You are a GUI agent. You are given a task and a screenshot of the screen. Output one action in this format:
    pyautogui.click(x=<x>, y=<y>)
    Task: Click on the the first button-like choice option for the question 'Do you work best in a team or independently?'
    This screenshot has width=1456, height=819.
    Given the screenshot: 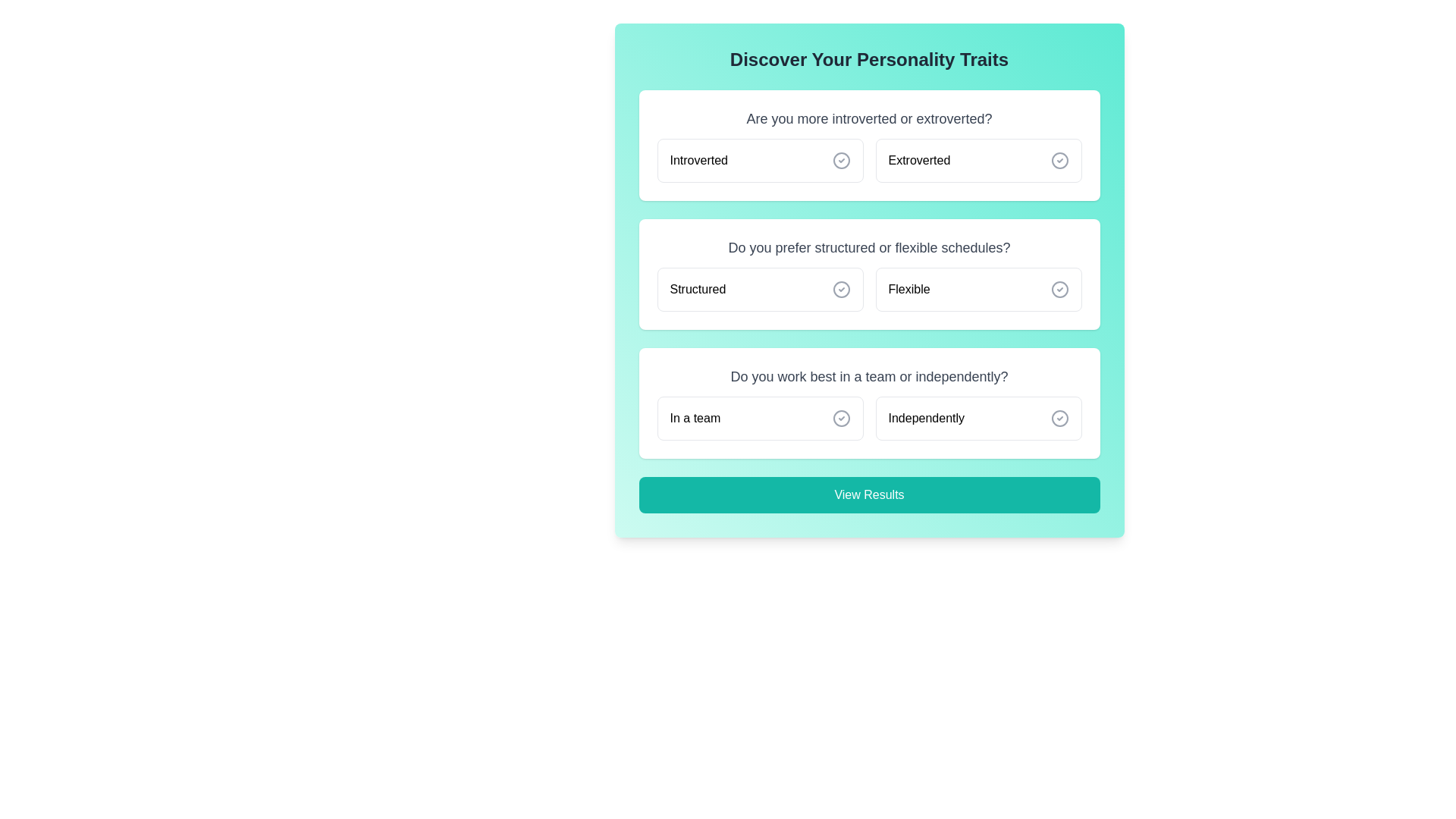 What is the action you would take?
    pyautogui.click(x=760, y=418)
    